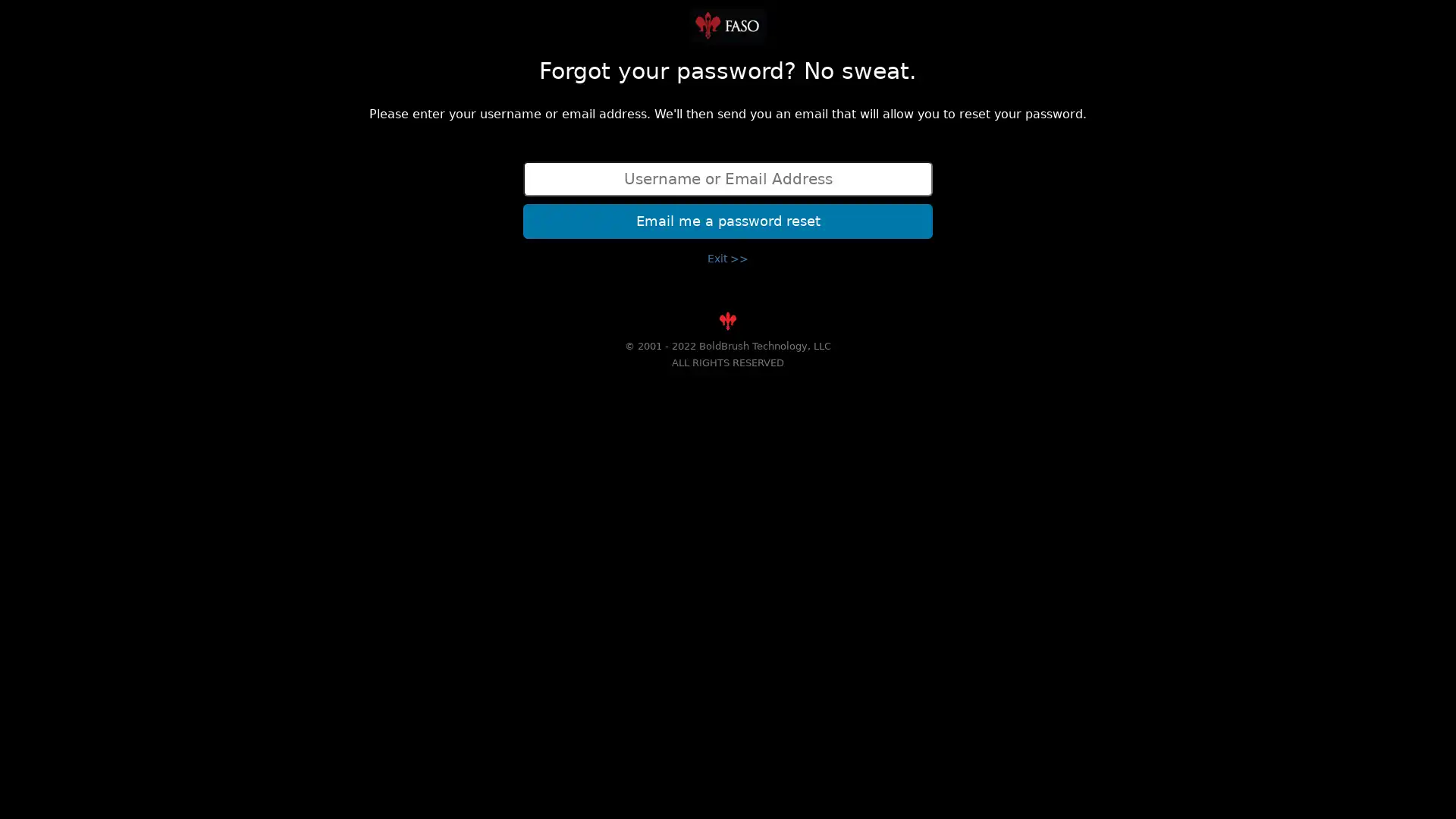 This screenshot has height=819, width=1456. Describe the element at coordinates (728, 220) in the screenshot. I see `Email me a password reset` at that location.